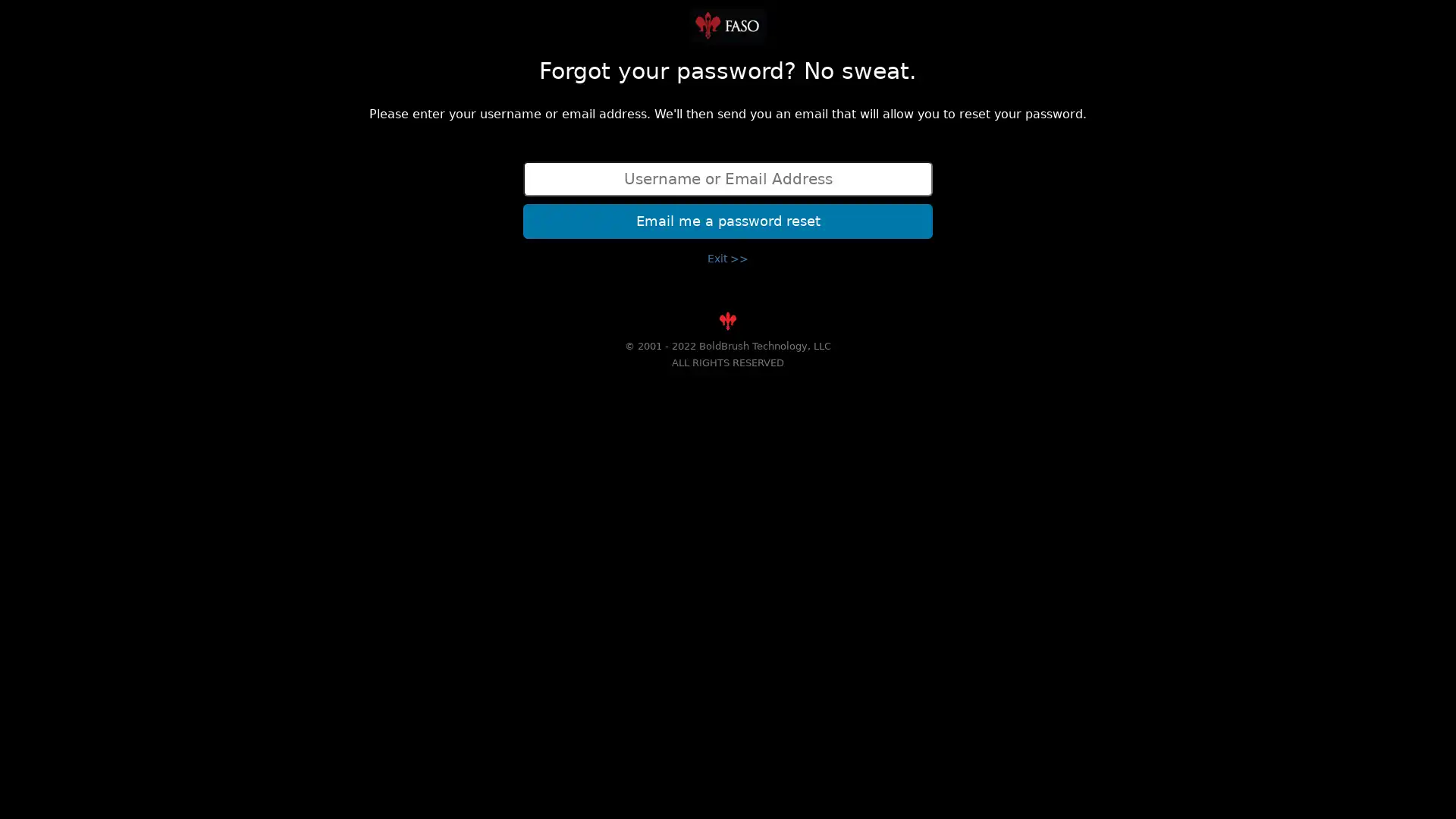 This screenshot has height=819, width=1456. Describe the element at coordinates (728, 220) in the screenshot. I see `Email me a password reset` at that location.